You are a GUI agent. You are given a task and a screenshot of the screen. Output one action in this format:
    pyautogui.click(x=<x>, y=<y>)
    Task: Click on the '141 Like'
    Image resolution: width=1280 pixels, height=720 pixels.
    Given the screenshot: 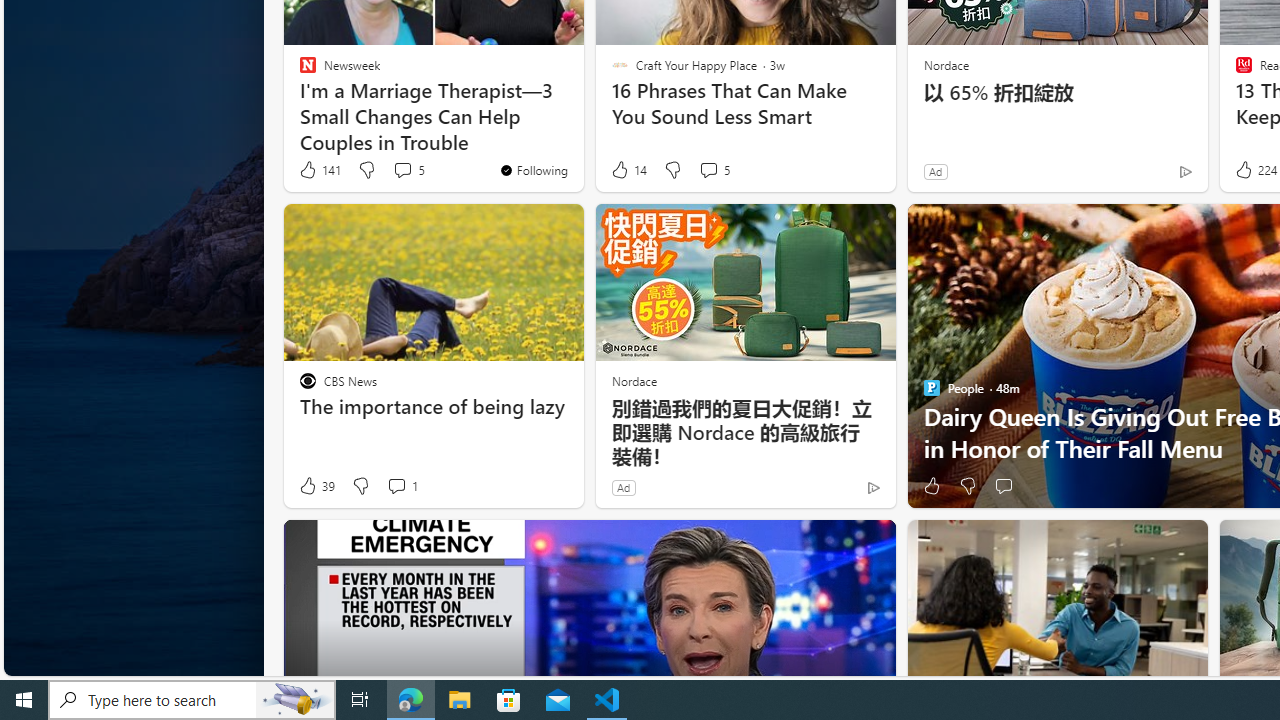 What is the action you would take?
    pyautogui.click(x=318, y=169)
    